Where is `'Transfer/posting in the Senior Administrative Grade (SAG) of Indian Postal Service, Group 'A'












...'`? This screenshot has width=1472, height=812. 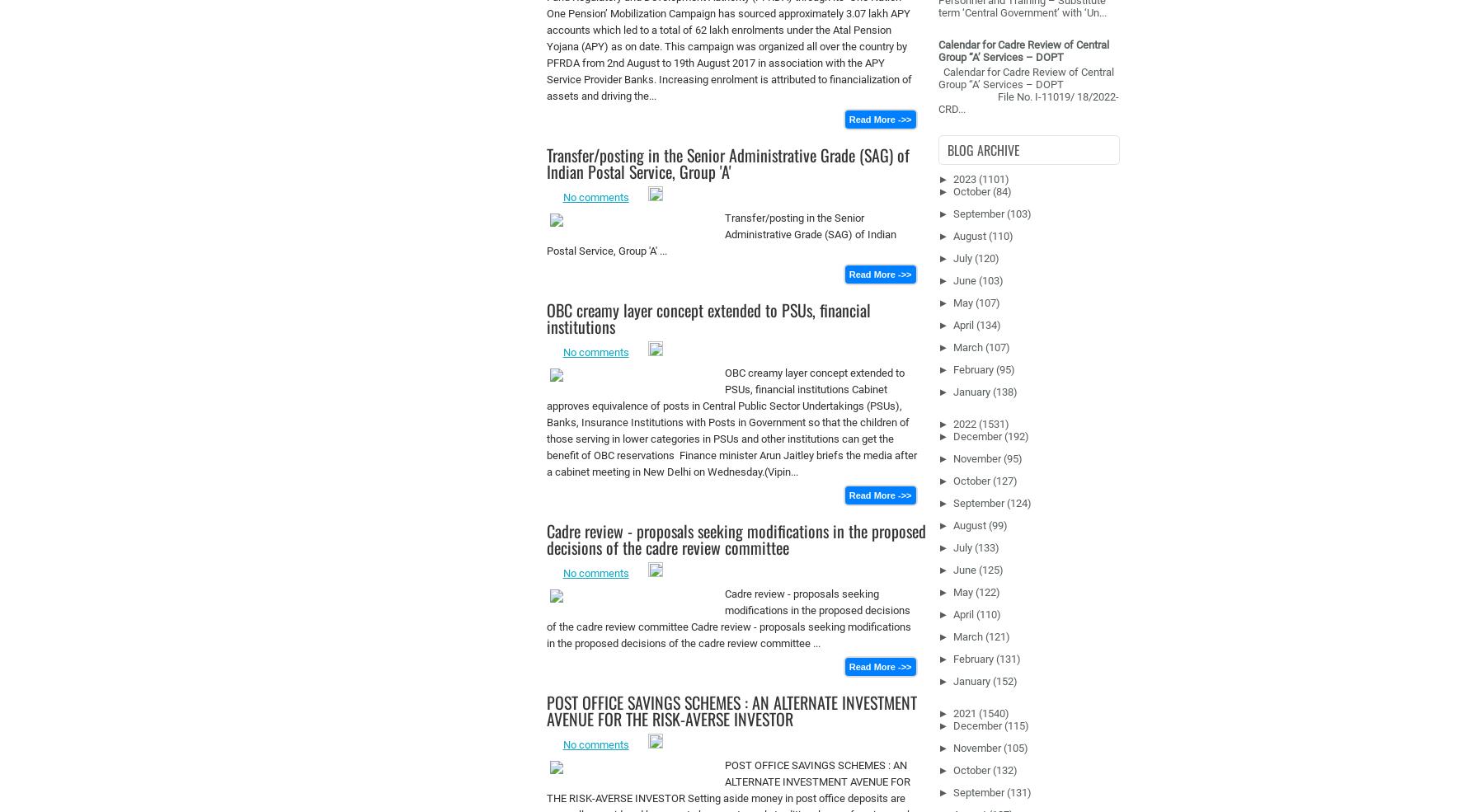
'Transfer/posting in the Senior Administrative Grade (SAG) of Indian Postal Service, Group 'A'












...' is located at coordinates (545, 233).